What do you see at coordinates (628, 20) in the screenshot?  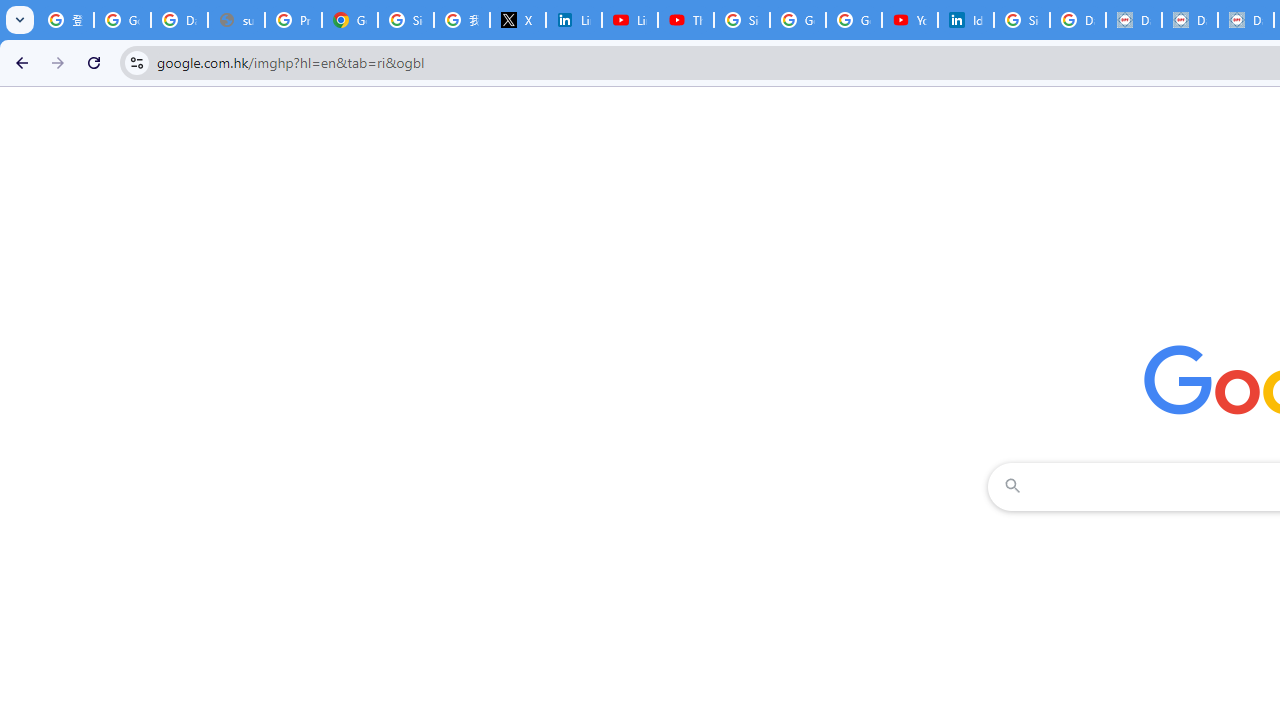 I see `'LinkedIn - YouTube'` at bounding box center [628, 20].